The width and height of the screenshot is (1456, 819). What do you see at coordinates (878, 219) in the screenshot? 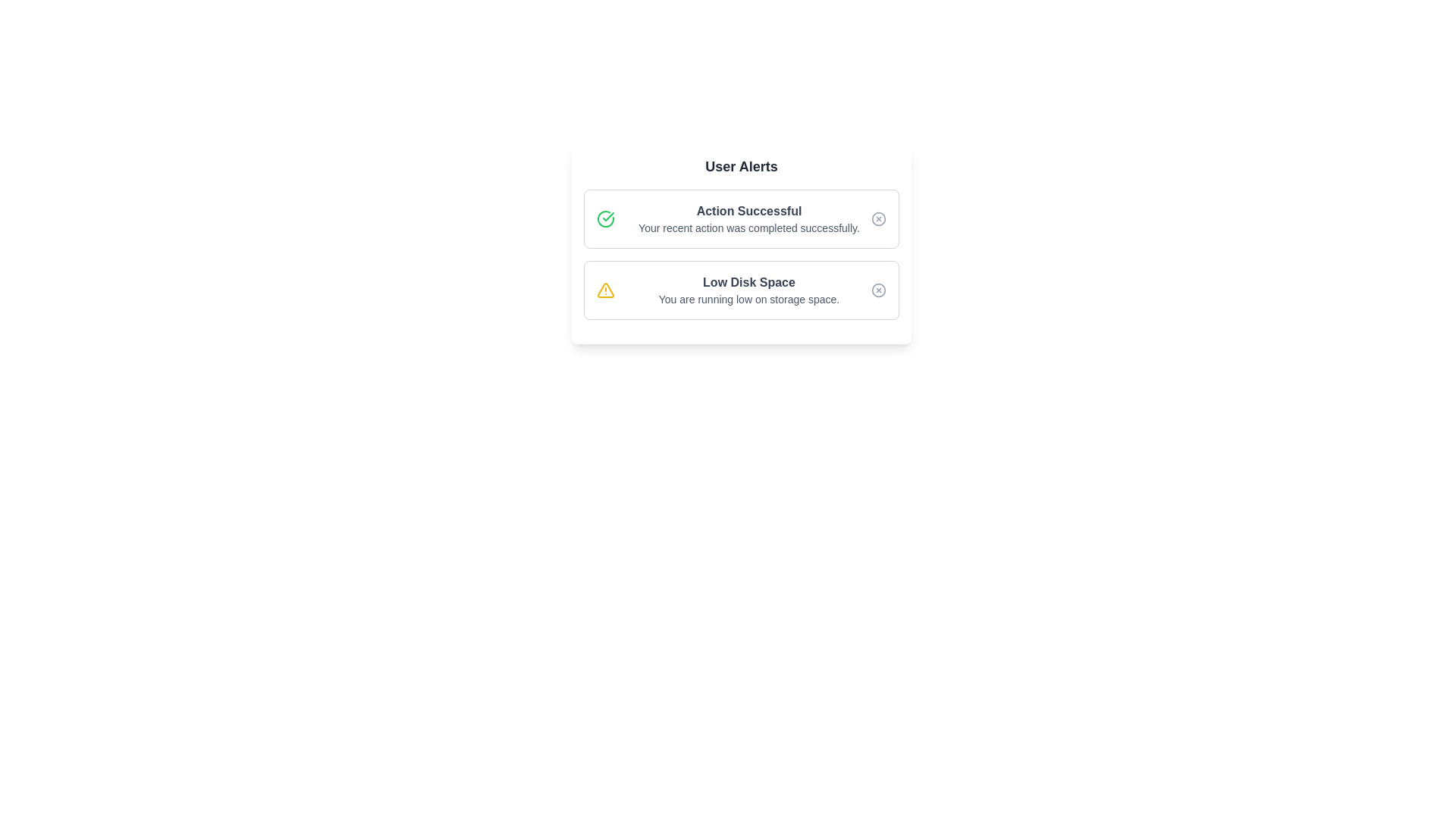
I see `the close button of the specified alert` at bounding box center [878, 219].